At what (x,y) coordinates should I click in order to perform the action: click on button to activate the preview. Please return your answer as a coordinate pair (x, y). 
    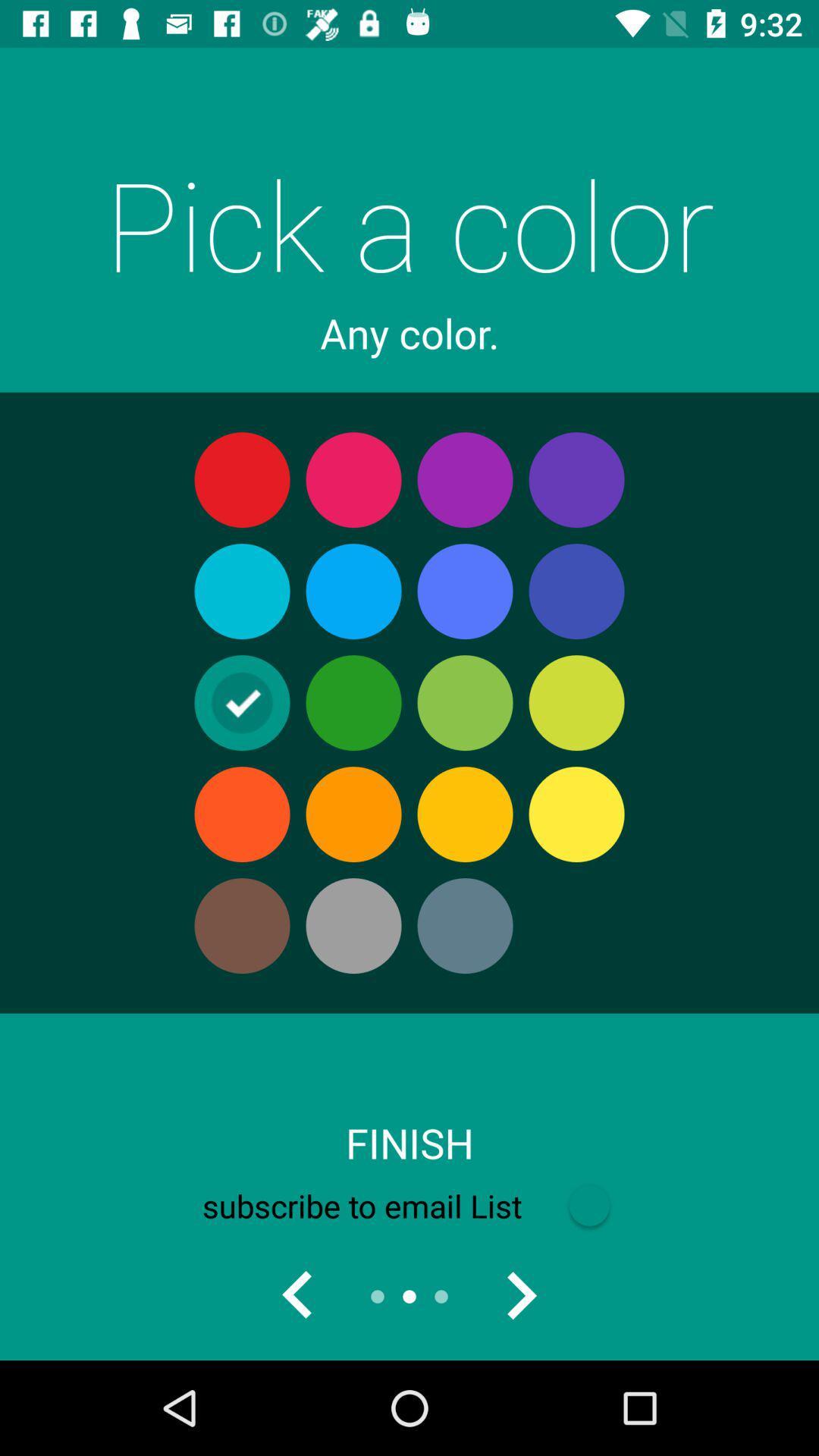
    Looking at the image, I should click on (298, 1295).